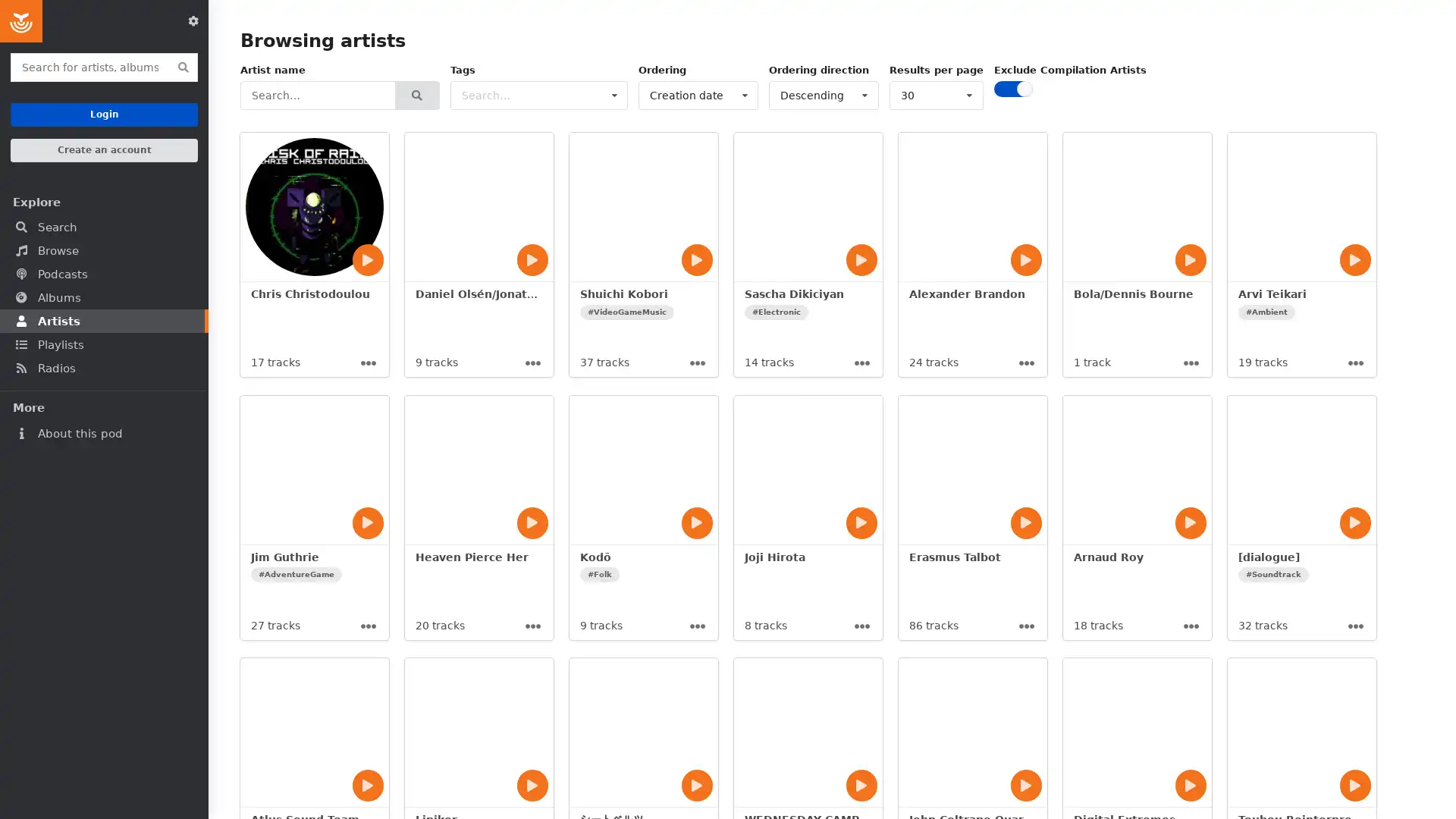  Describe the element at coordinates (695, 785) in the screenshot. I see `Play artist` at that location.